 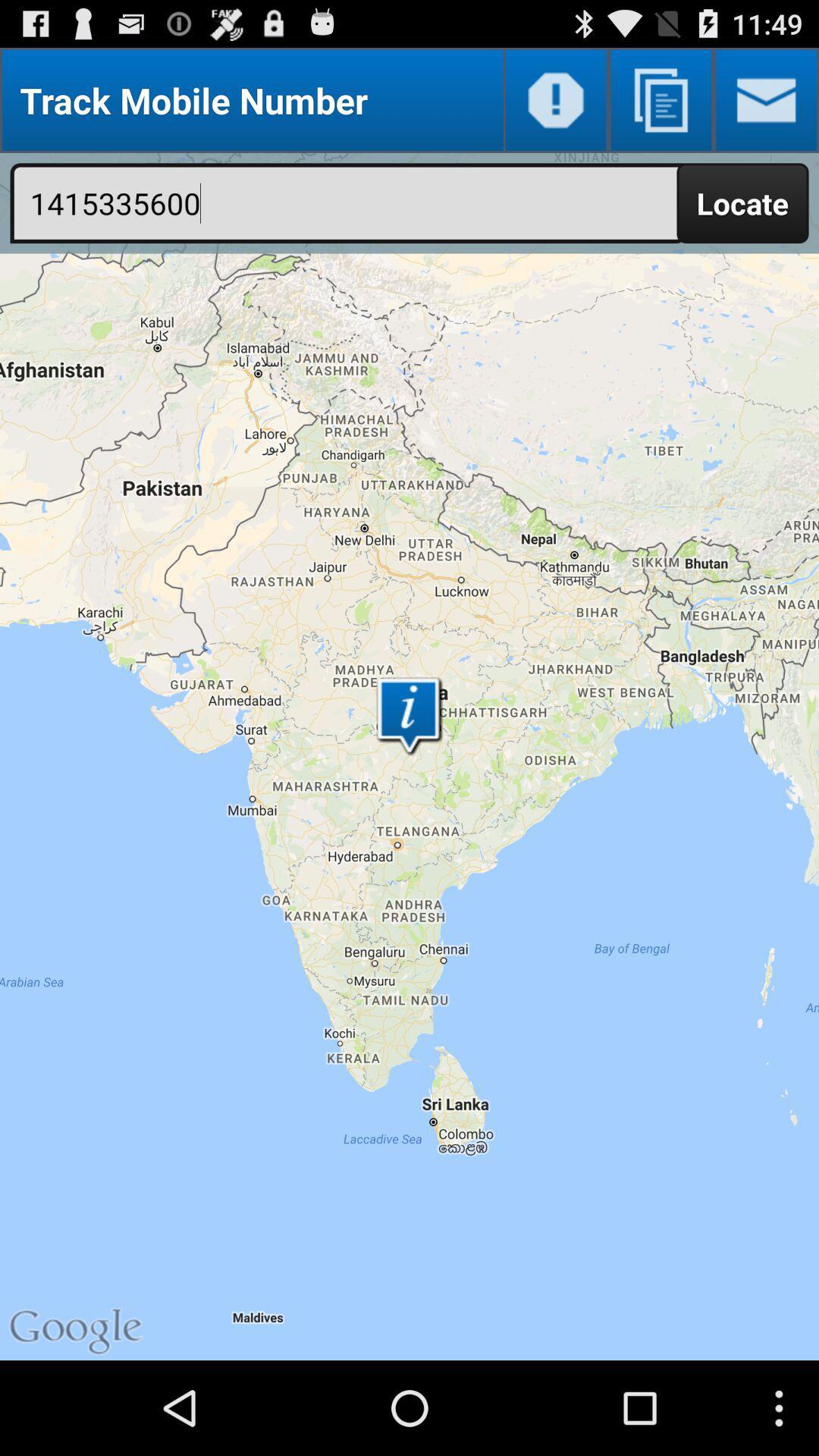 What do you see at coordinates (660, 99) in the screenshot?
I see `choose another screen` at bounding box center [660, 99].